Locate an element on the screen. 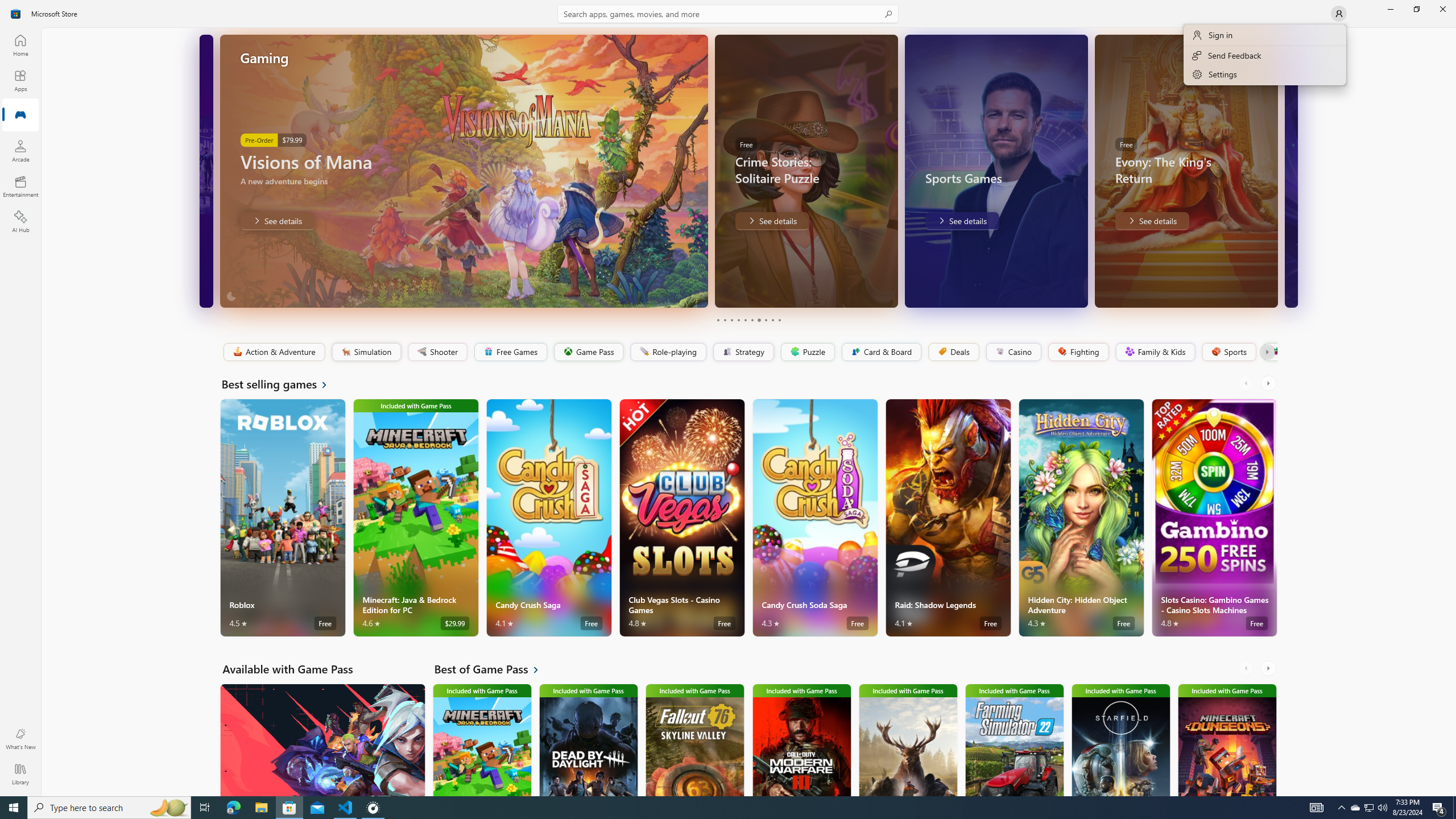 The width and height of the screenshot is (1456, 819). 'Page 4' is located at coordinates (737, 320).